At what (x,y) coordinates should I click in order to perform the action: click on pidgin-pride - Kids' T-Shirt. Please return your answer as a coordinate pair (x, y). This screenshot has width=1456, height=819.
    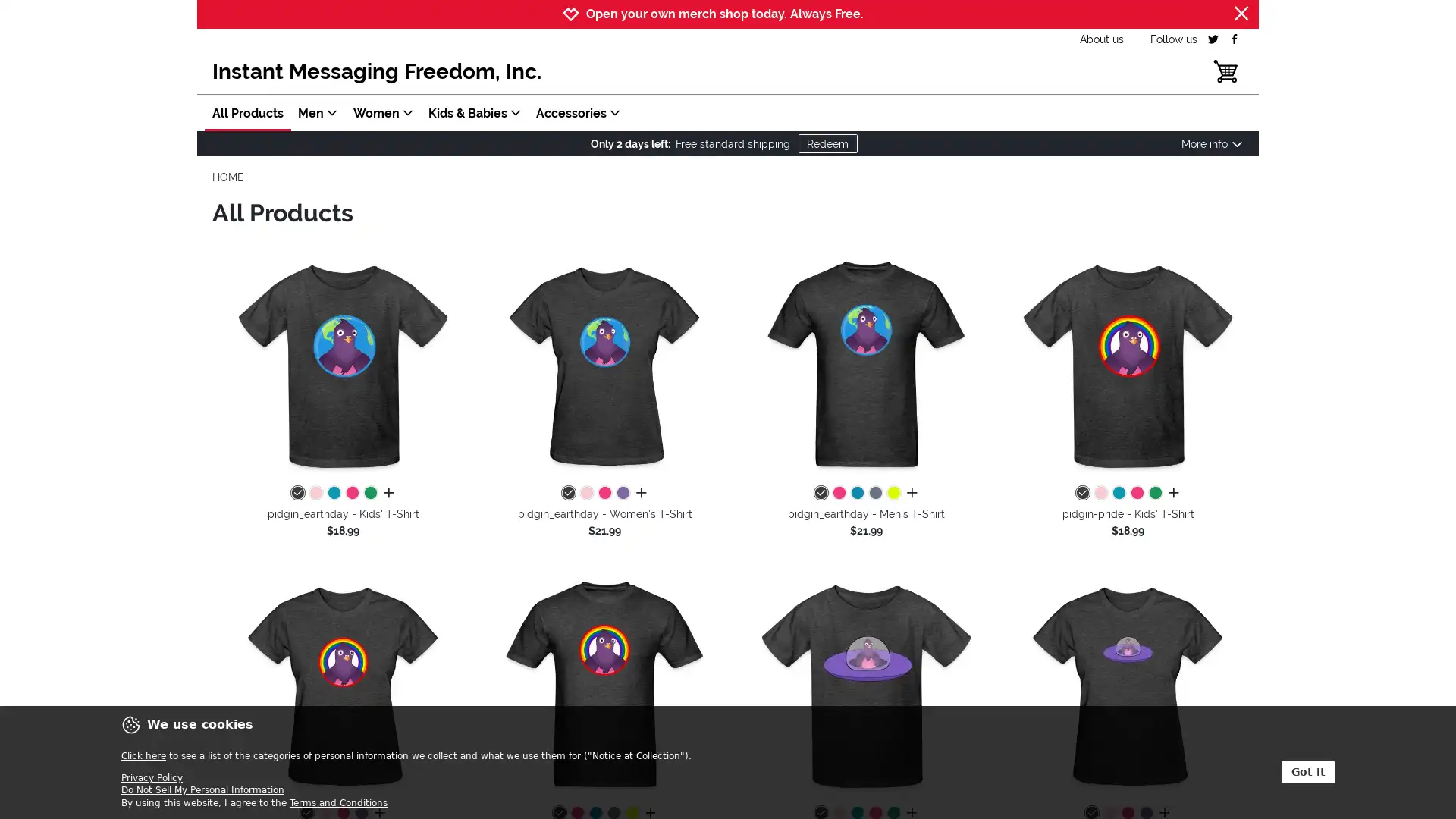
    Looking at the image, I should click on (1128, 366).